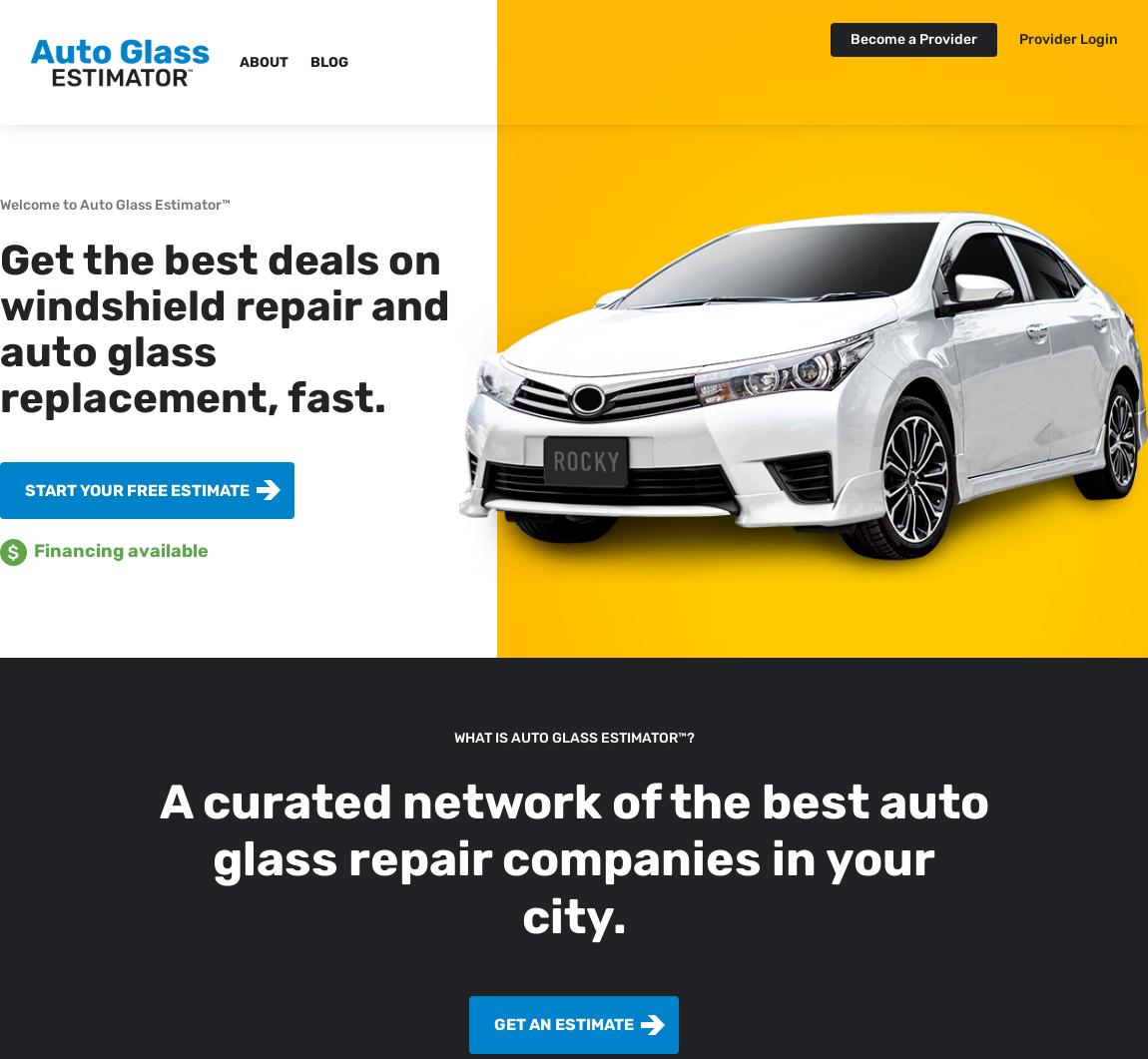 The width and height of the screenshot is (1148, 1059). I want to click on 'Provider Login', so click(1067, 39).